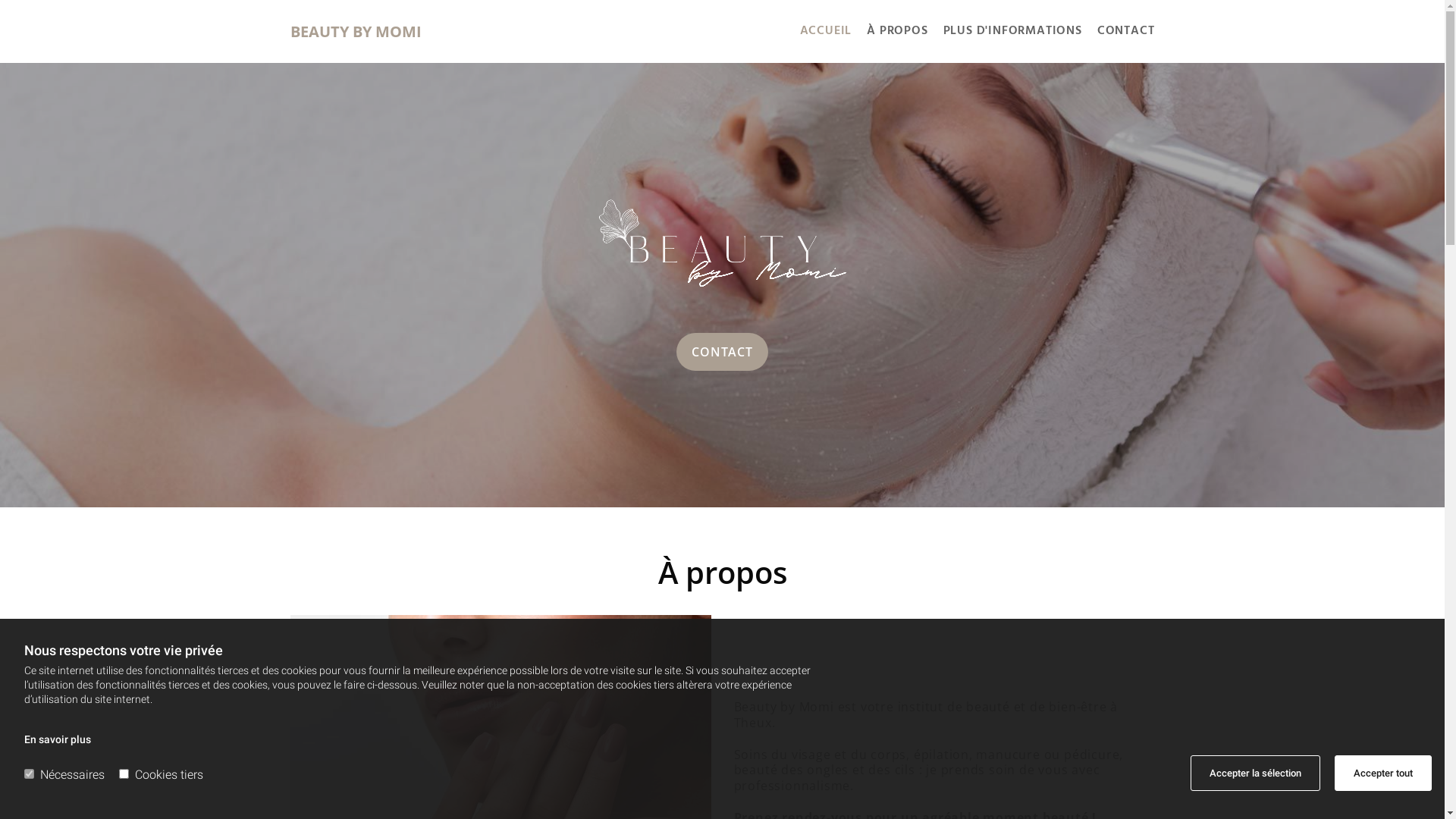 The width and height of the screenshot is (1456, 819). I want to click on 'Accepter tout', so click(1383, 773).